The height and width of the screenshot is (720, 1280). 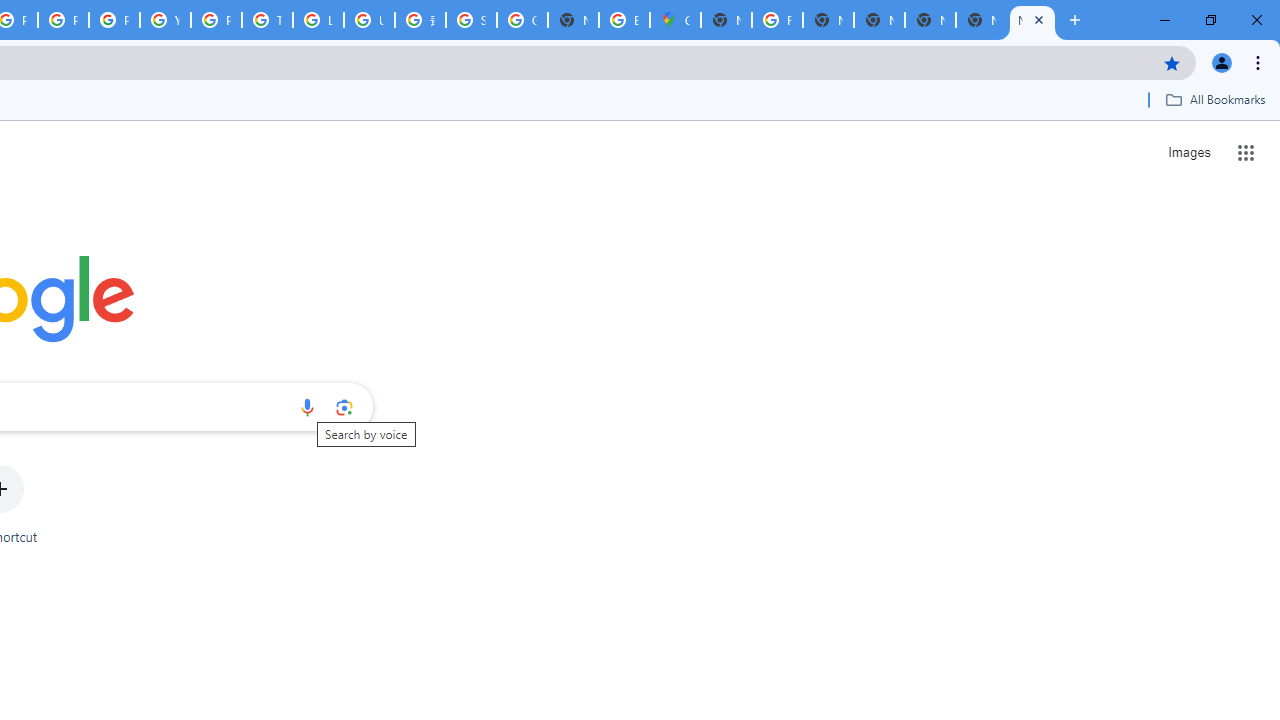 What do you see at coordinates (981, 20) in the screenshot?
I see `'New Tab'` at bounding box center [981, 20].